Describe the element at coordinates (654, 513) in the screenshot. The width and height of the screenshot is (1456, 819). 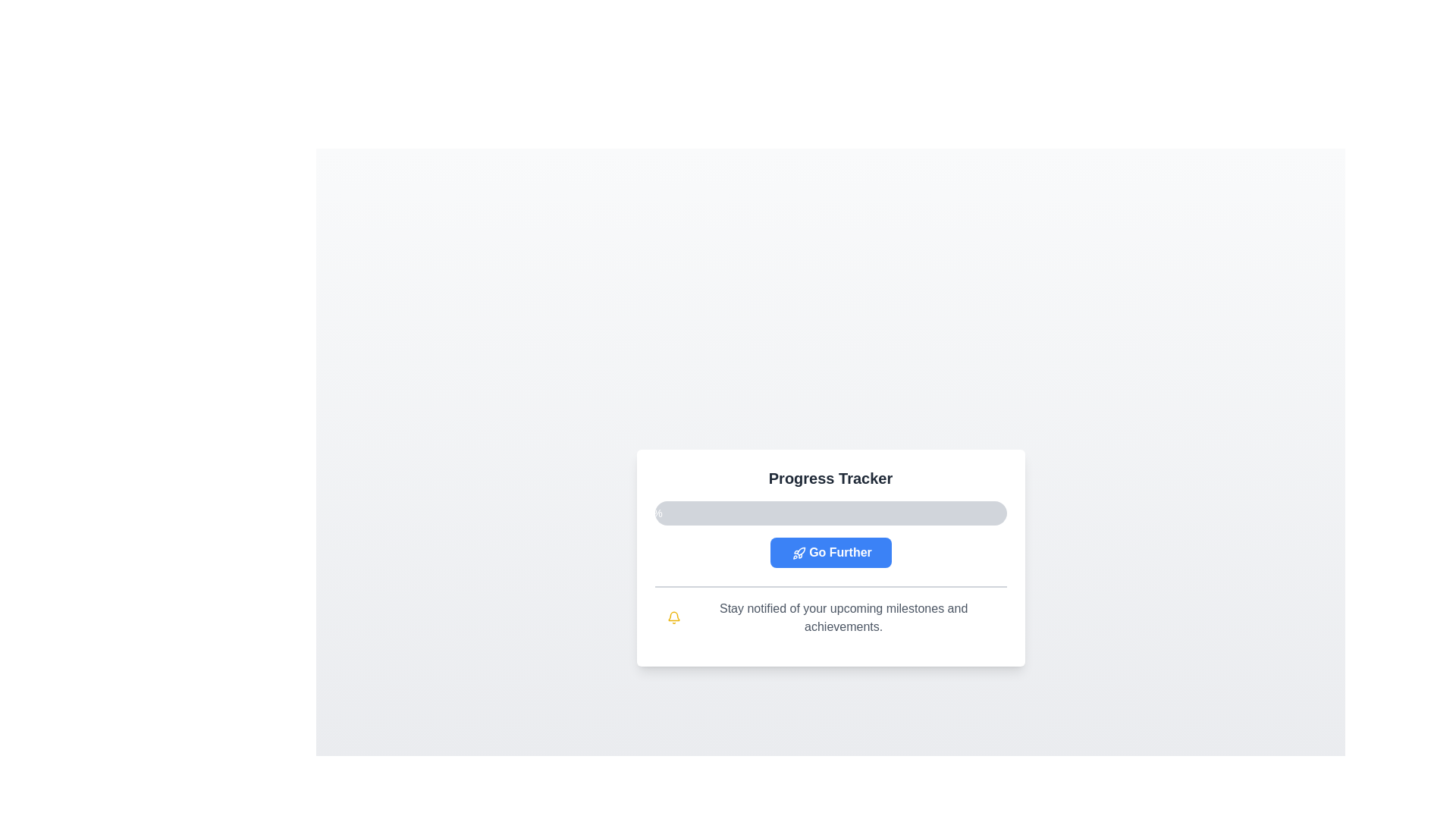
I see `the text '0%' displayed in white within the horizontal progress bar of the 'Progress Tracker' card, which is enclosed in a rounded rectangle with a light gray background` at that location.